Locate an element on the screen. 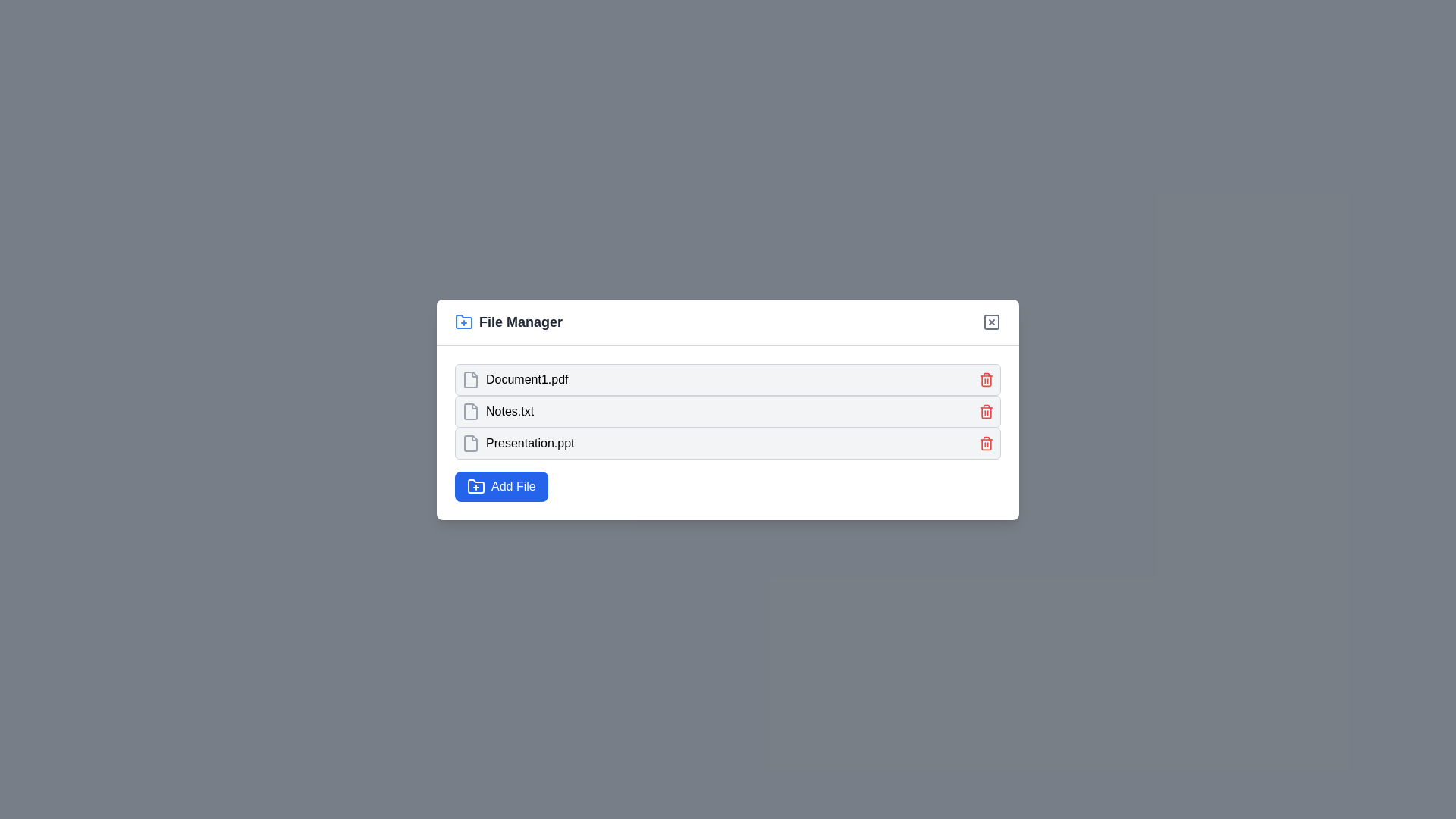 This screenshot has height=819, width=1456. the icon representing the file 'Presentation.ppt' is located at coordinates (469, 443).